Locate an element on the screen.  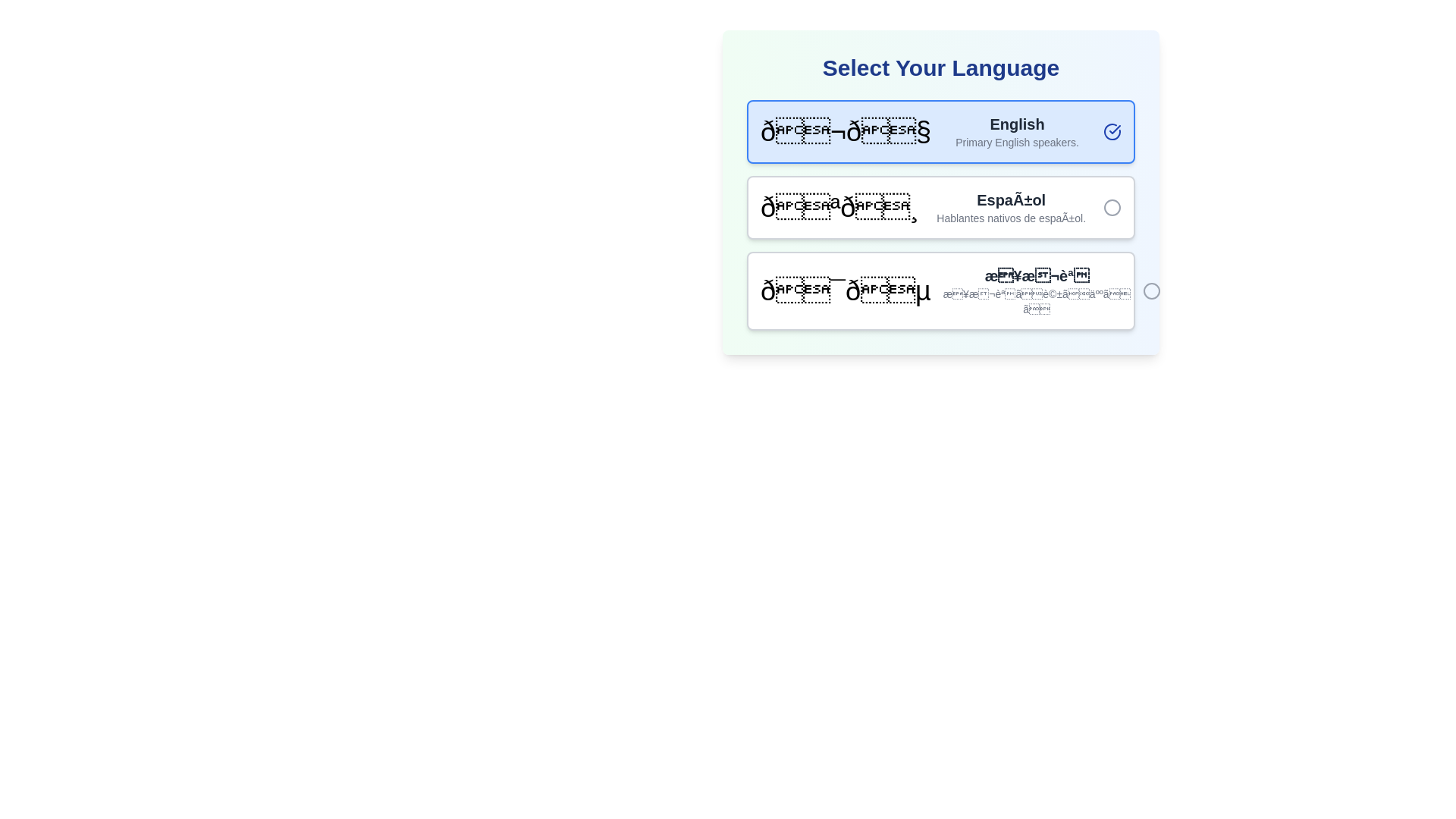
the text label that reads 'Primary English speakers.' which is styled in gray and located beneath the 'English' title in the language selection card is located at coordinates (1017, 143).